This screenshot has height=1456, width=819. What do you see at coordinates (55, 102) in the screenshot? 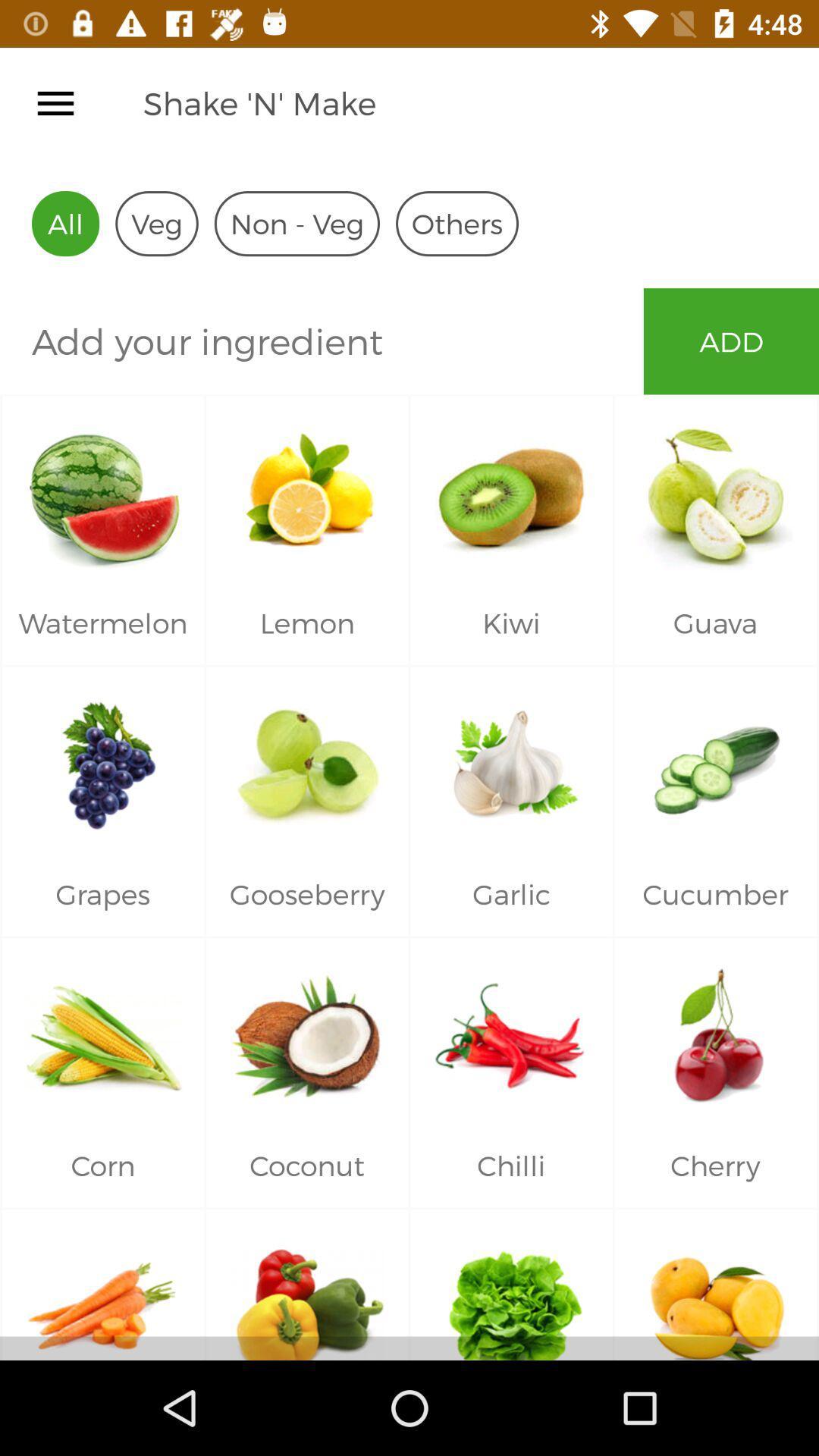
I see `open options tab` at bounding box center [55, 102].